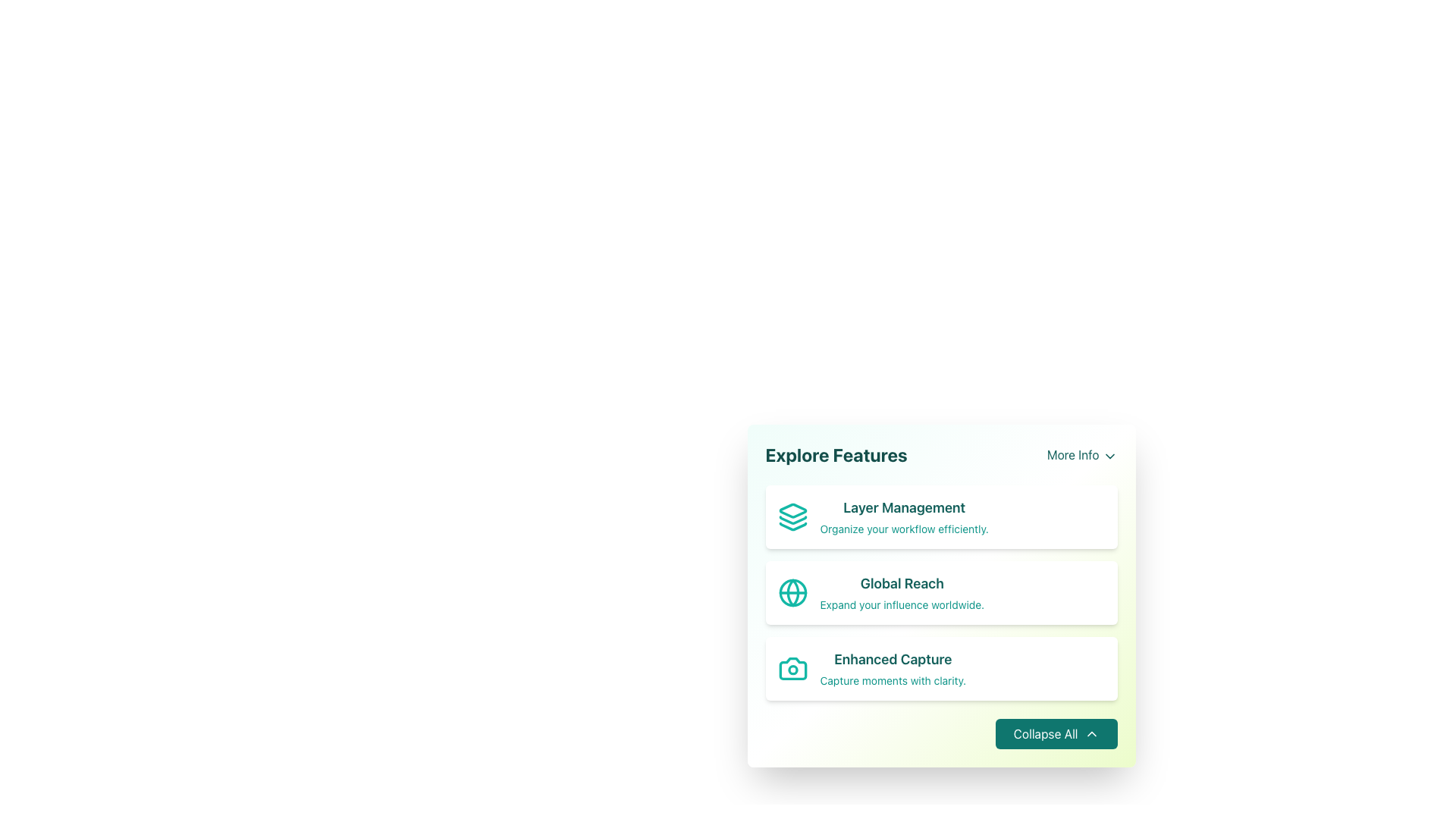 Image resolution: width=1456 pixels, height=819 pixels. I want to click on the title Text Label for the 'Enhanced Capture' feature, which is centrally located in its card and positioned between the 'Global Reach' card and the card footer, so click(893, 659).